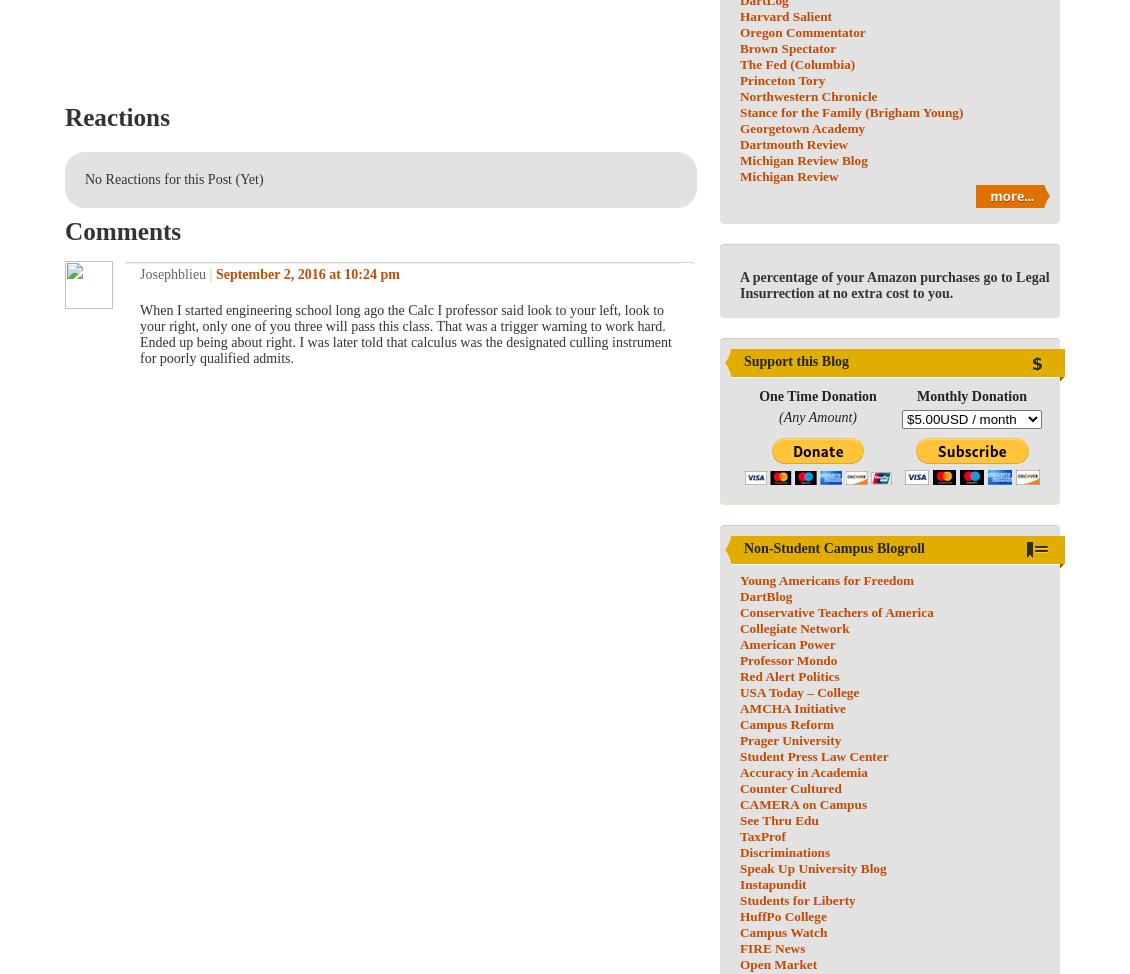 The image size is (1130, 974). I want to click on 'Professor Mondo', so click(788, 660).